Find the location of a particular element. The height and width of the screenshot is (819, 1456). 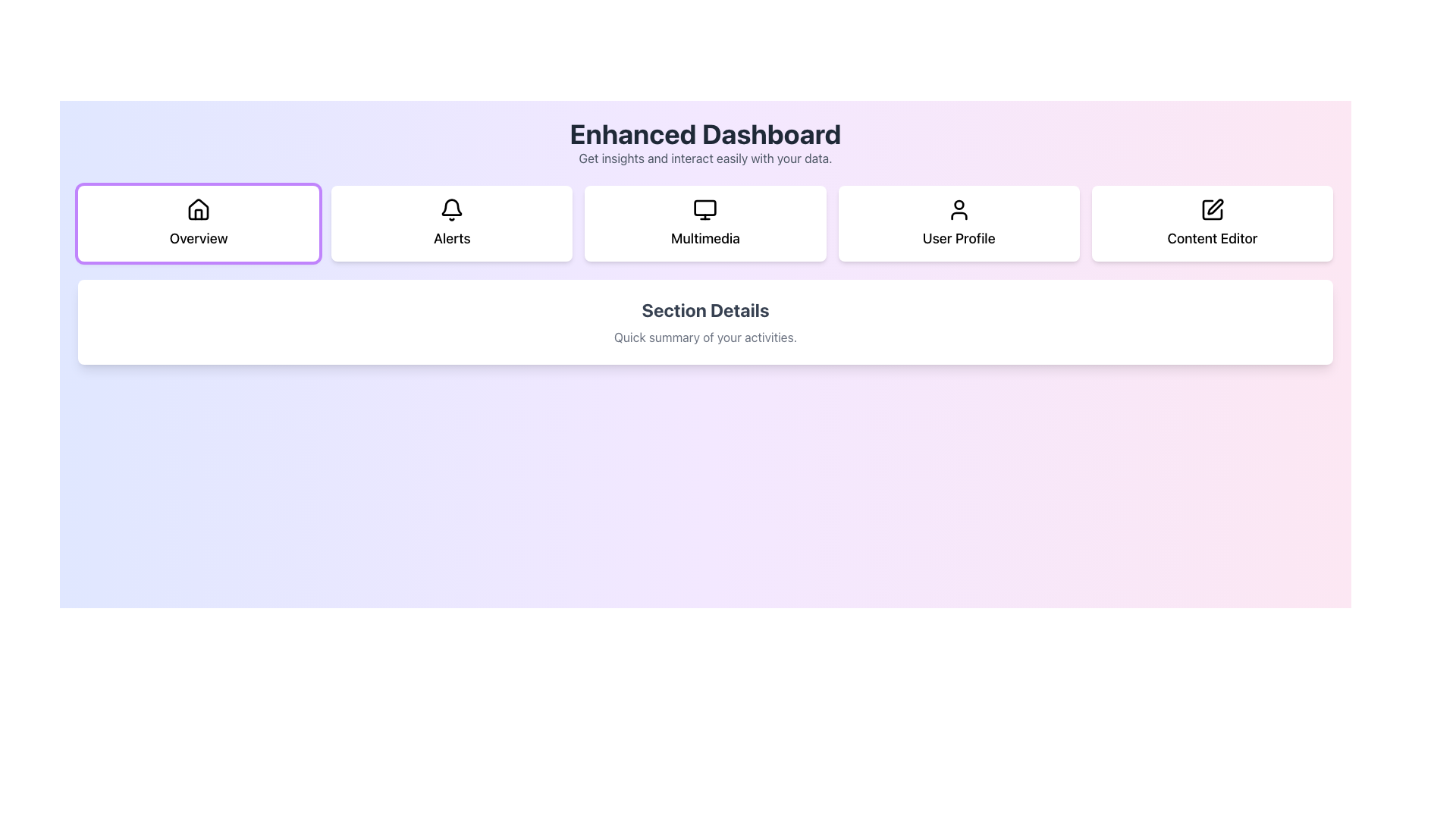

the descriptive text reading 'Get insights and interact easily with your data.' which is centrally aligned below the 'Enhanced Dashboard' title is located at coordinates (704, 158).